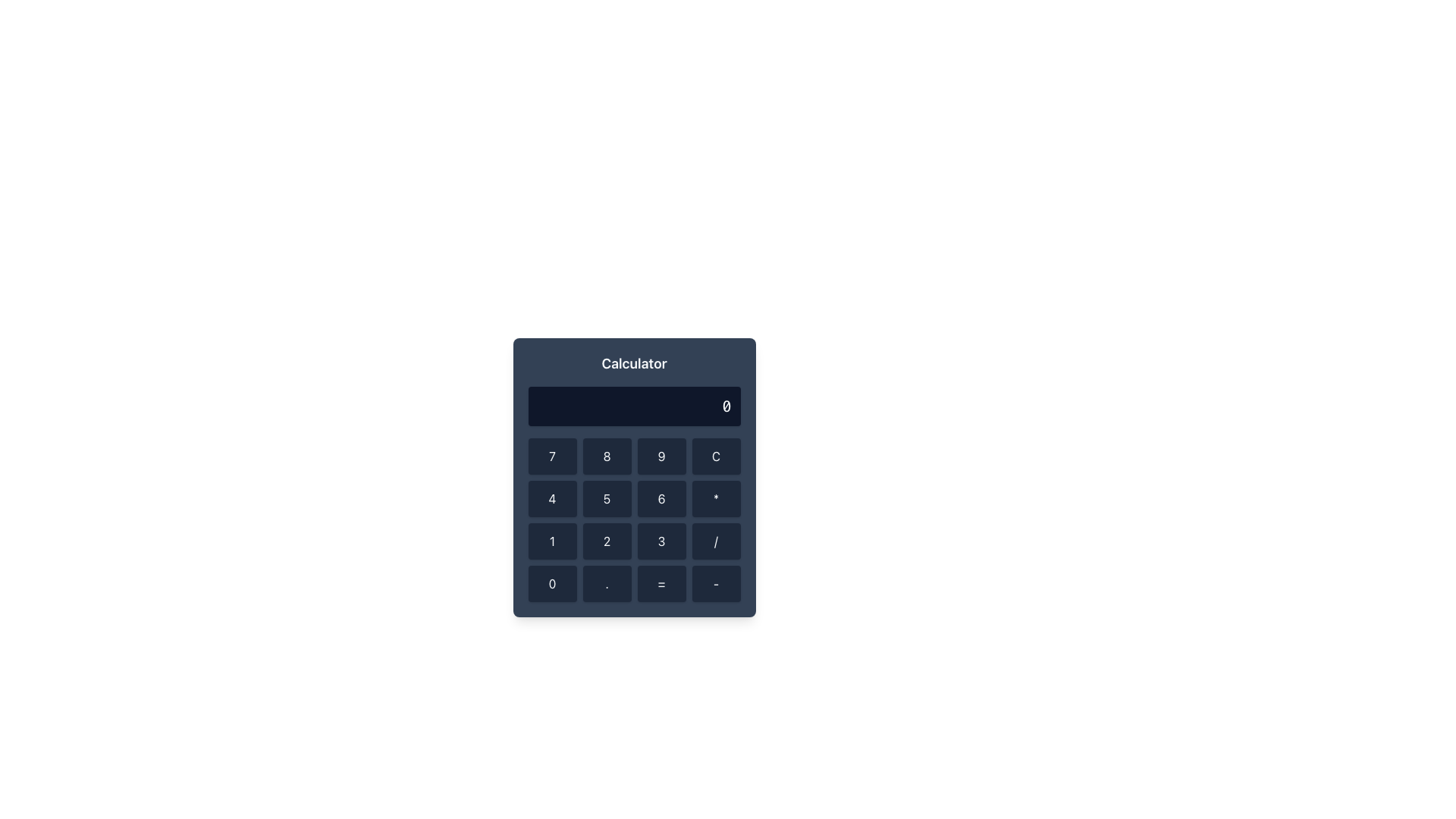 This screenshot has height=819, width=1456. What do you see at coordinates (607, 540) in the screenshot?
I see `the button displaying the digit '2', which has a dark slate-blue background and is the second button in the third row of a grid layout, to input the number` at bounding box center [607, 540].